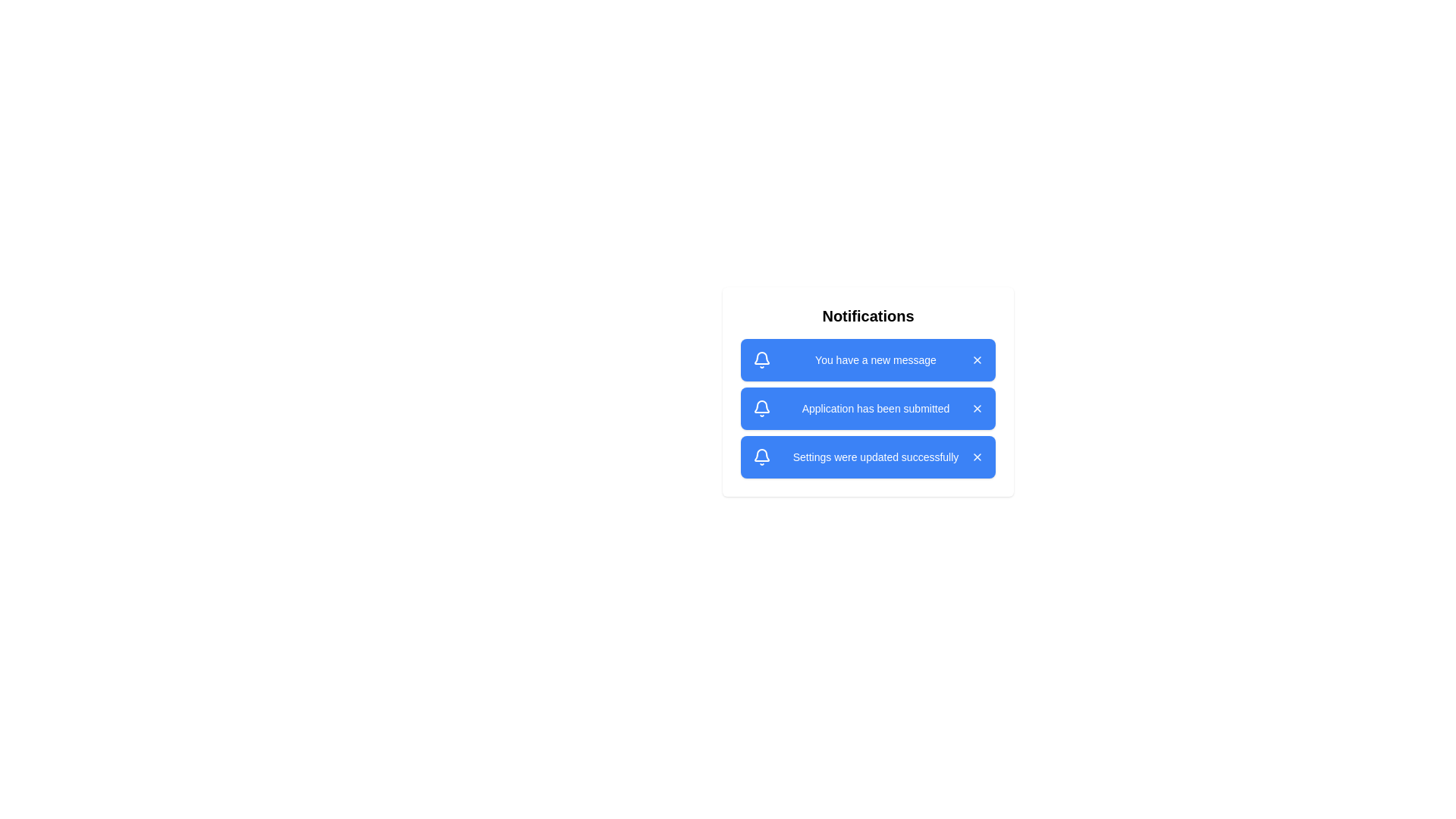 This screenshot has height=819, width=1456. What do you see at coordinates (761, 408) in the screenshot?
I see `the bell icon associated with the notification 2` at bounding box center [761, 408].